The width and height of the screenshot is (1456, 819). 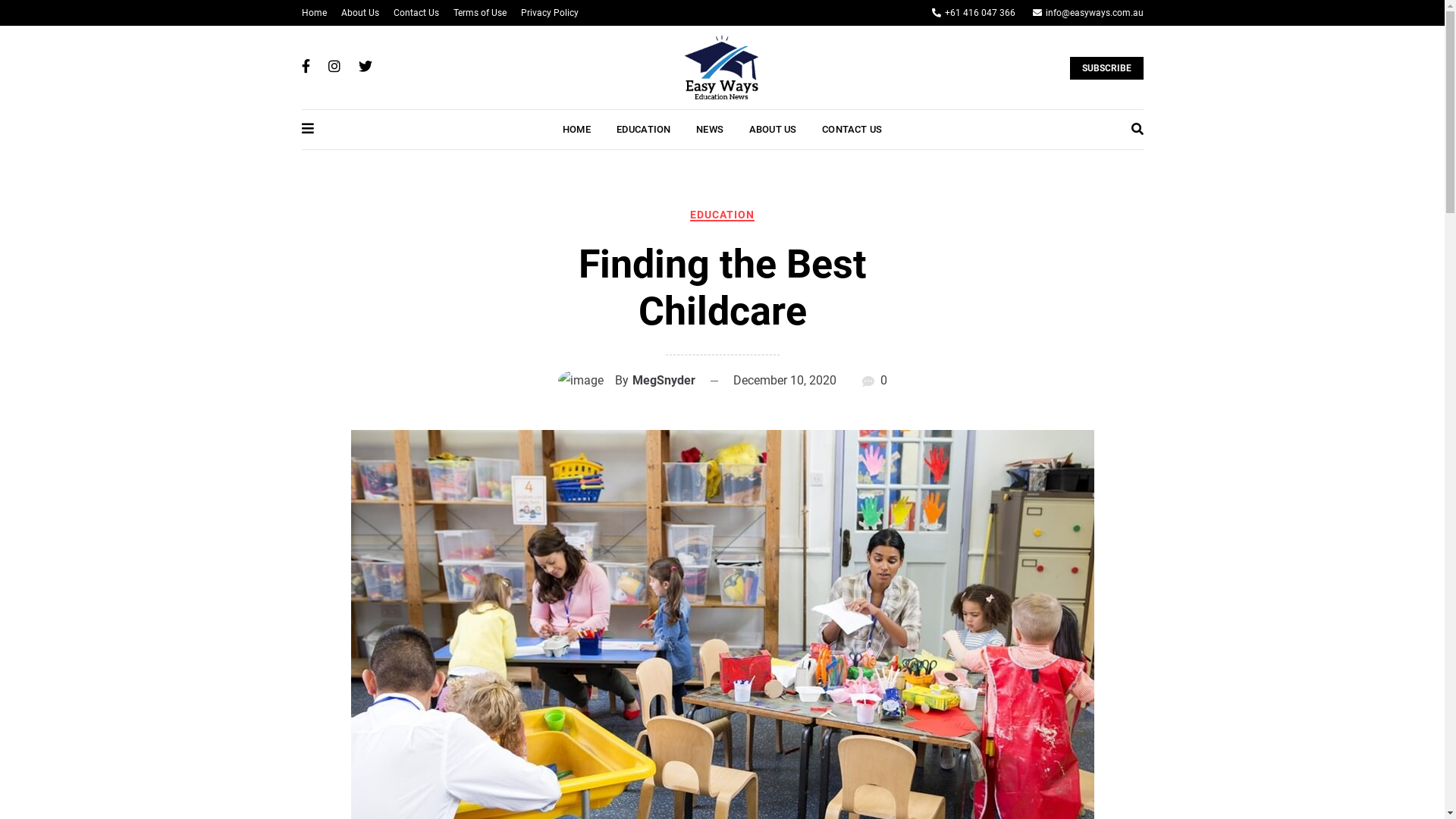 What do you see at coordinates (302, 12) in the screenshot?
I see `'Home'` at bounding box center [302, 12].